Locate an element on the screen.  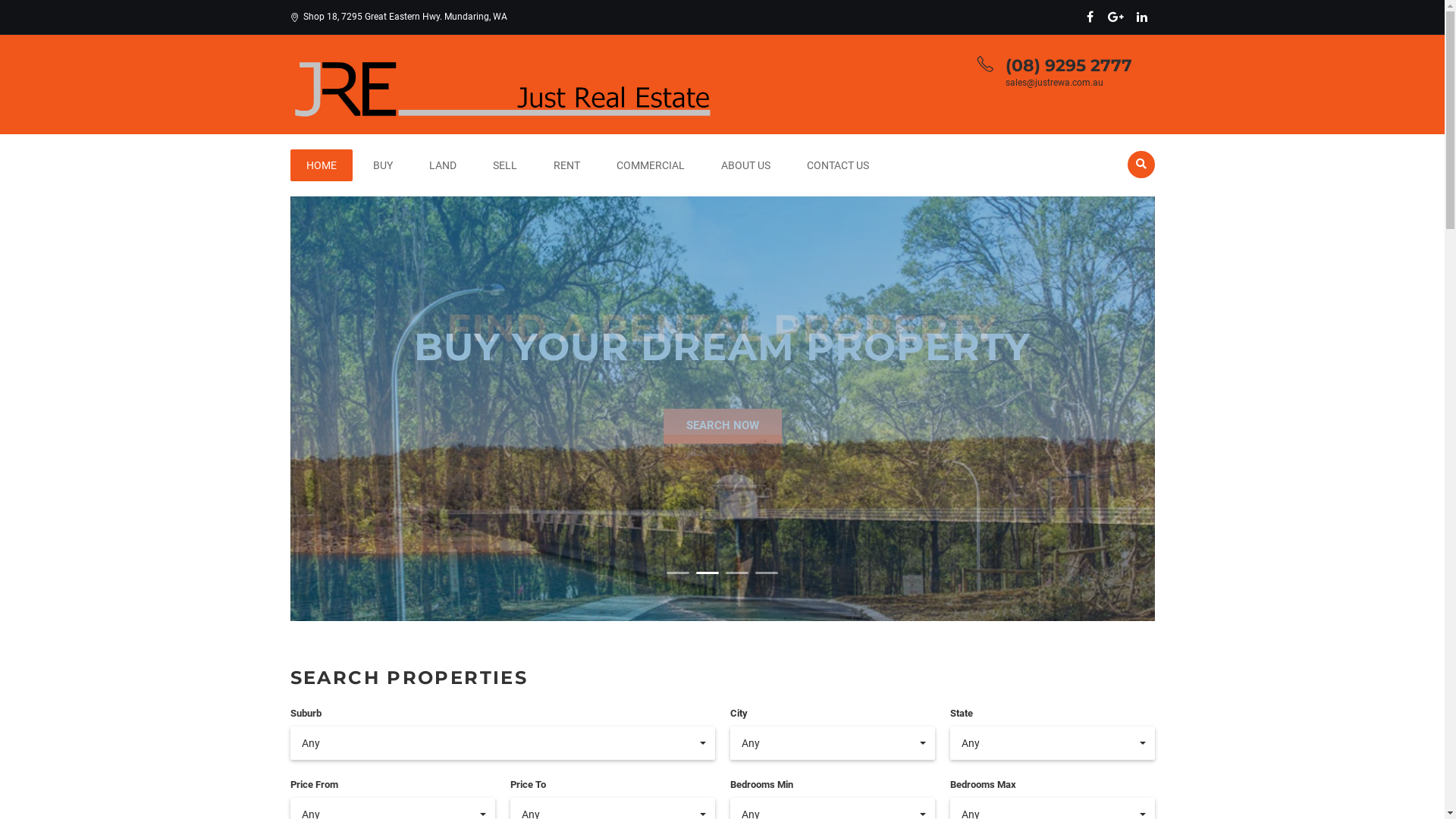
'SELL' is located at coordinates (504, 165).